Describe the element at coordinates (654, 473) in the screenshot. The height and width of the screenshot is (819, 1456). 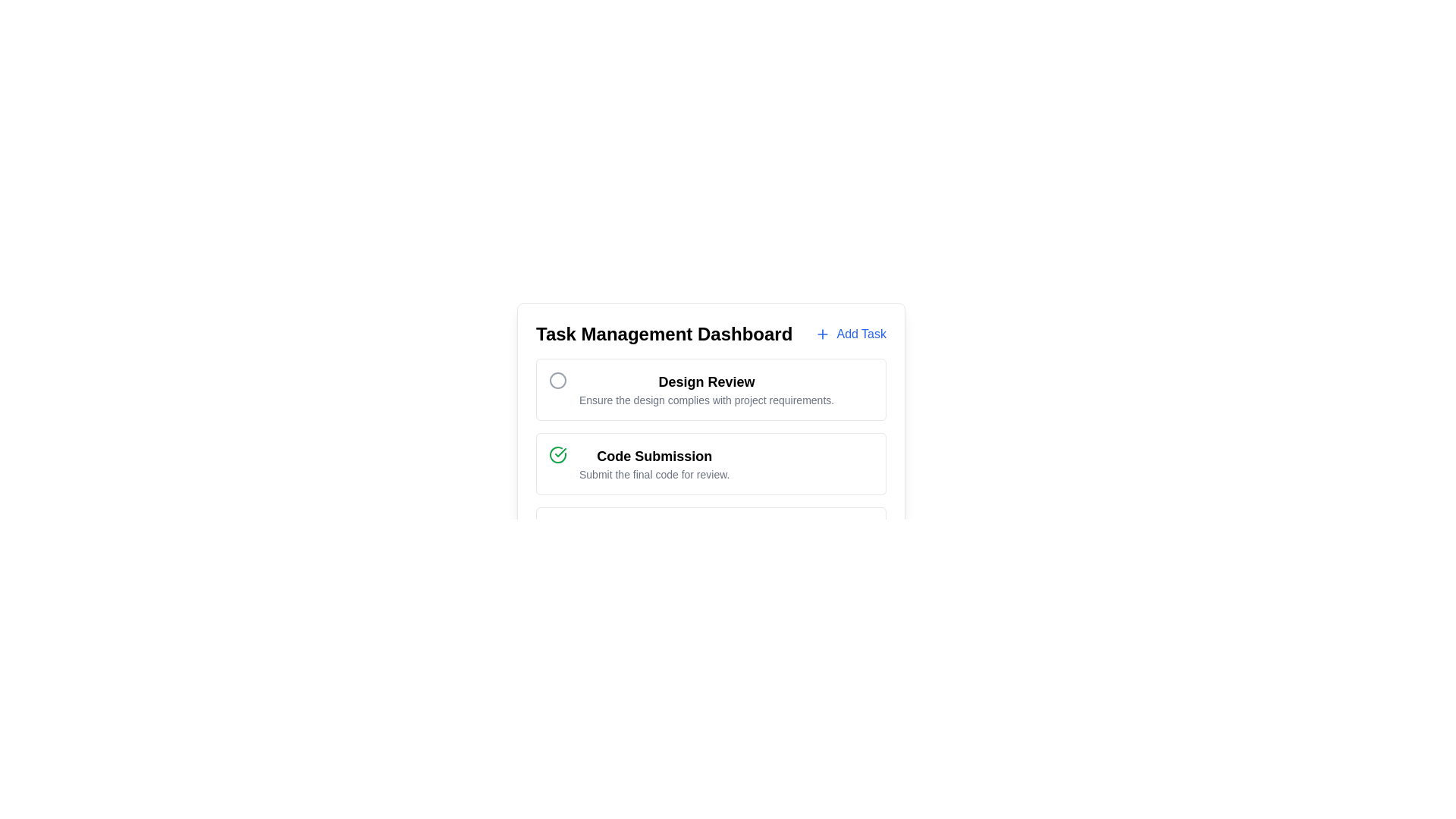
I see `the text label that reads 'Submit the final code for review.' located below the 'Code Submission' heading and to the right of the green checkmark icon` at that location.